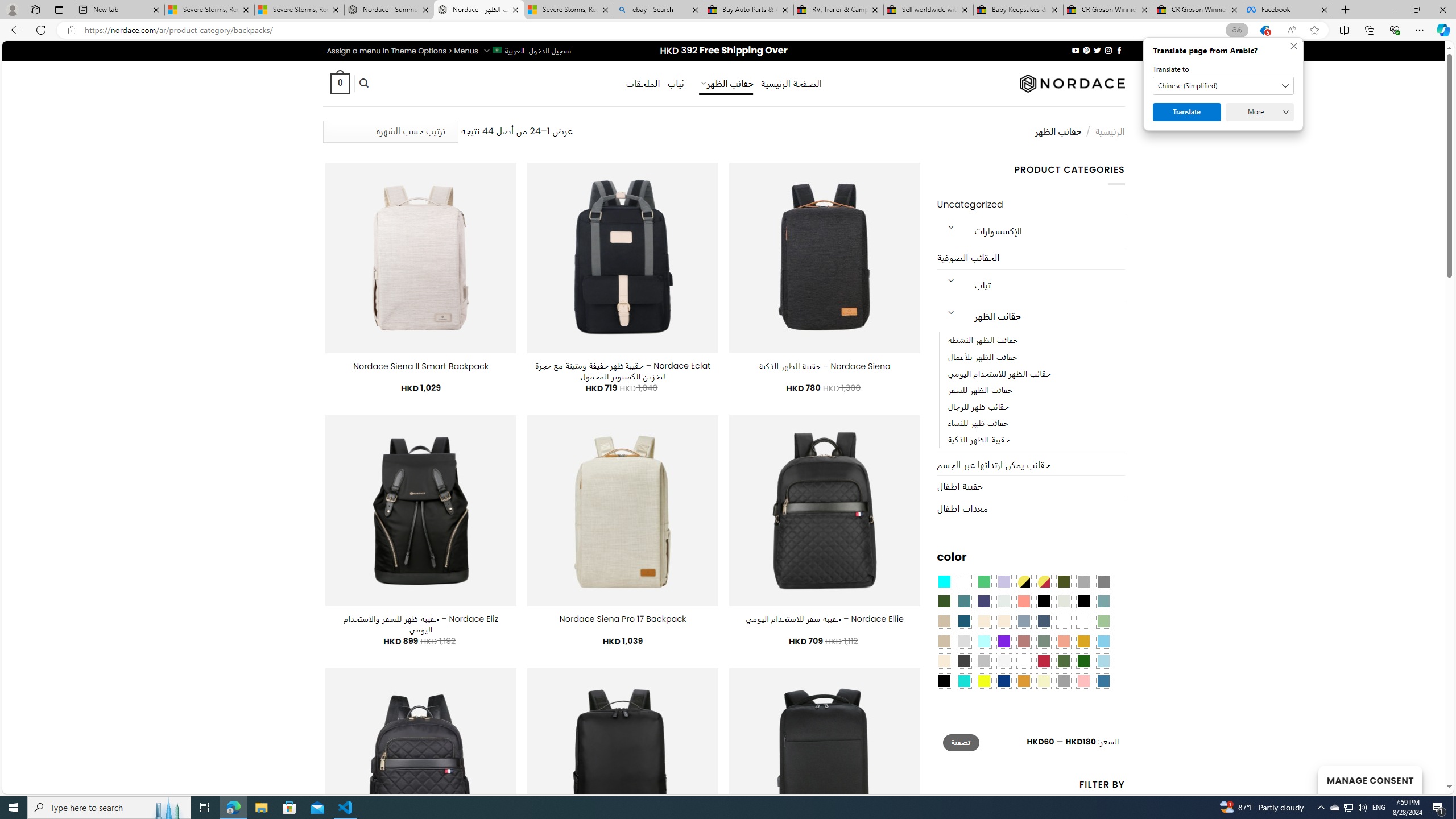 The height and width of the screenshot is (819, 1456). Describe the element at coordinates (1043, 640) in the screenshot. I see `'Sage'` at that location.